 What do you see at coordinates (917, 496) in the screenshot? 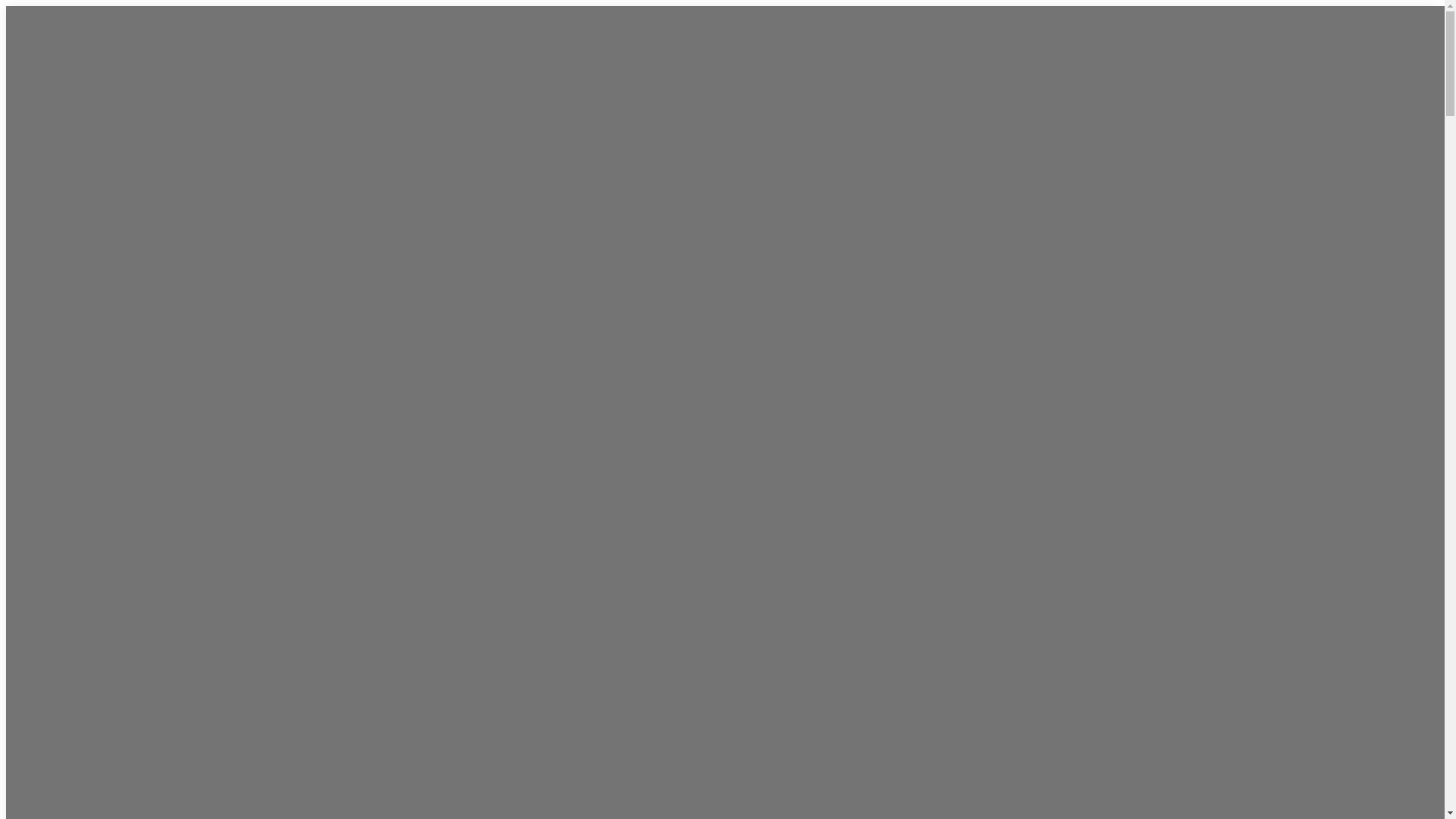
I see `'02 8318 0788'` at bounding box center [917, 496].